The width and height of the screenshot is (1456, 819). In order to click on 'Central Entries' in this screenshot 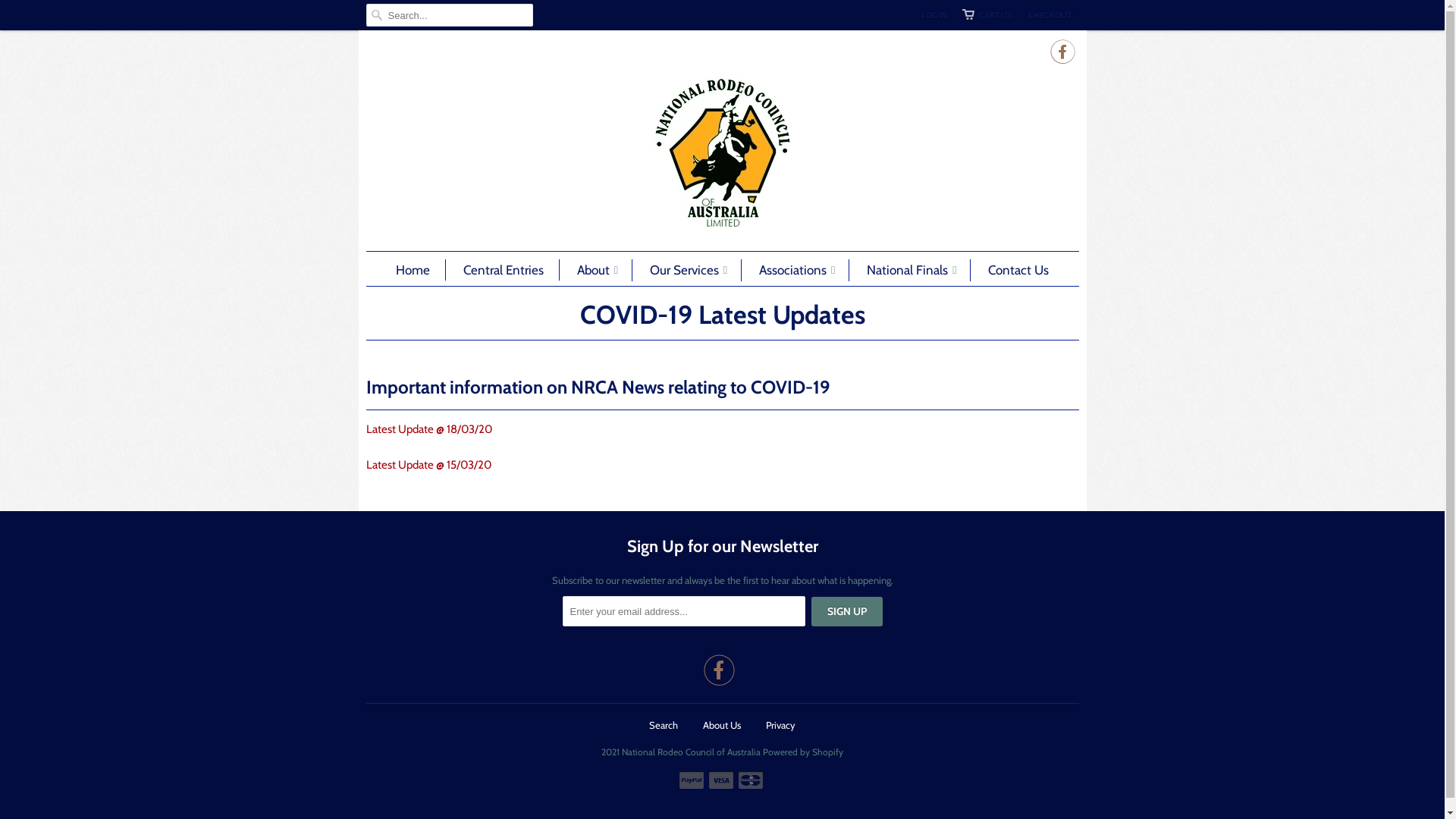, I will do `click(503, 268)`.